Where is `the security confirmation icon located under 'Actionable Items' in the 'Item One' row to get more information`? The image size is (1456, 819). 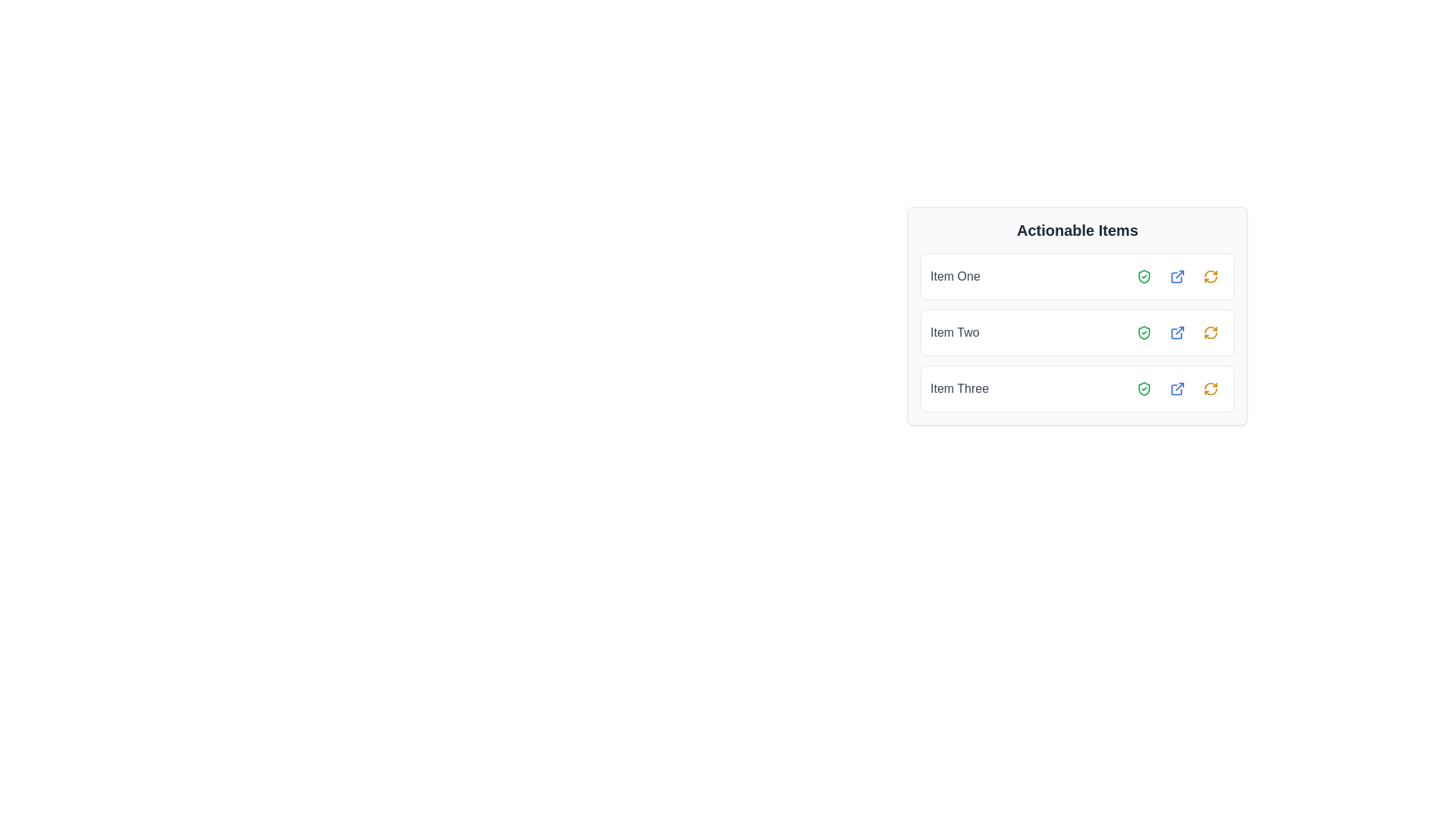
the security confirmation icon located under 'Actionable Items' in the 'Item One' row to get more information is located at coordinates (1144, 277).